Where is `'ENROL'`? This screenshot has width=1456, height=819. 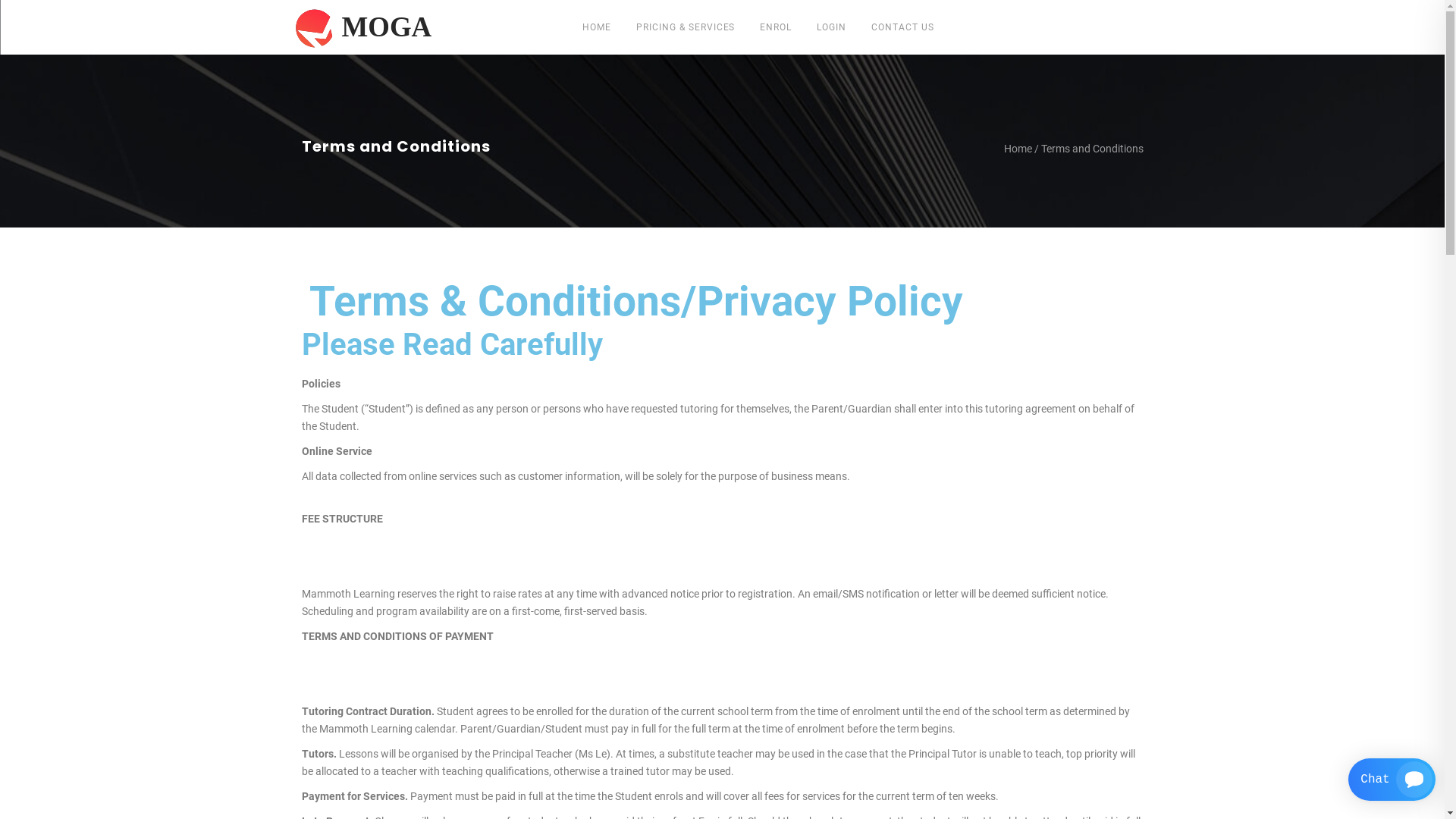 'ENROL' is located at coordinates (775, 27).